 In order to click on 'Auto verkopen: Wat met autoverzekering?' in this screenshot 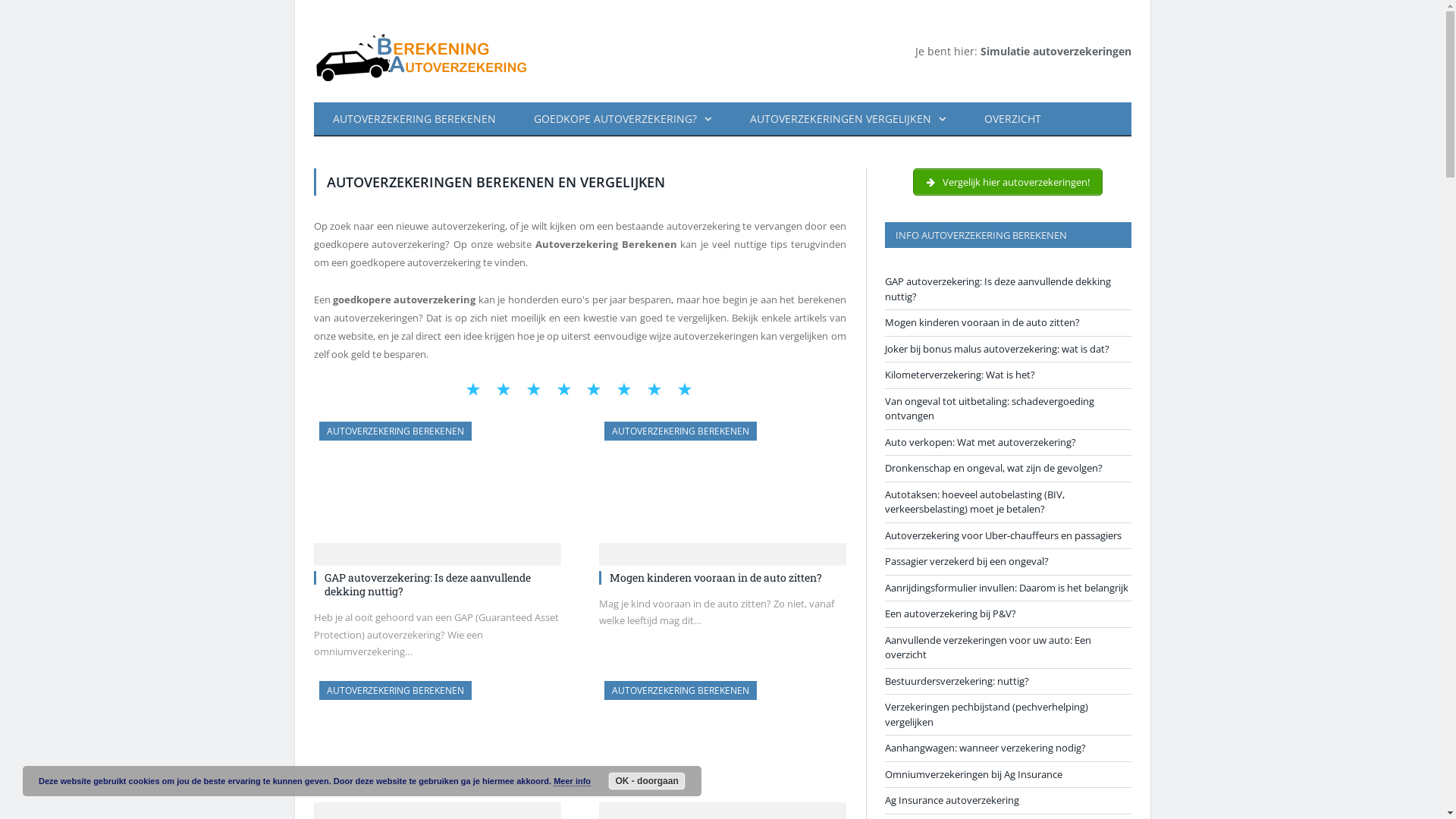, I will do `click(884, 441)`.